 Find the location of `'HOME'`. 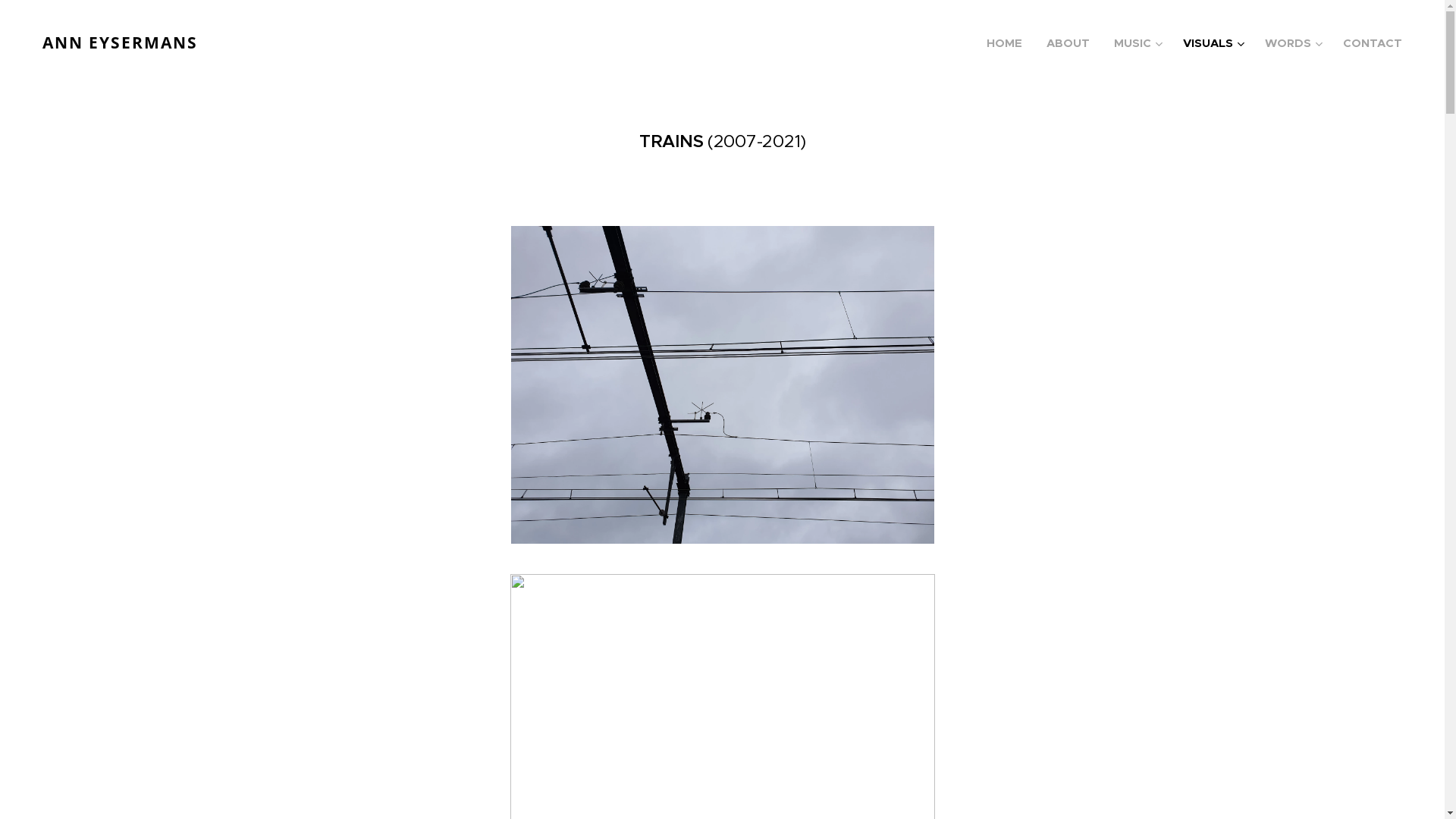

'HOME' is located at coordinates (1008, 42).